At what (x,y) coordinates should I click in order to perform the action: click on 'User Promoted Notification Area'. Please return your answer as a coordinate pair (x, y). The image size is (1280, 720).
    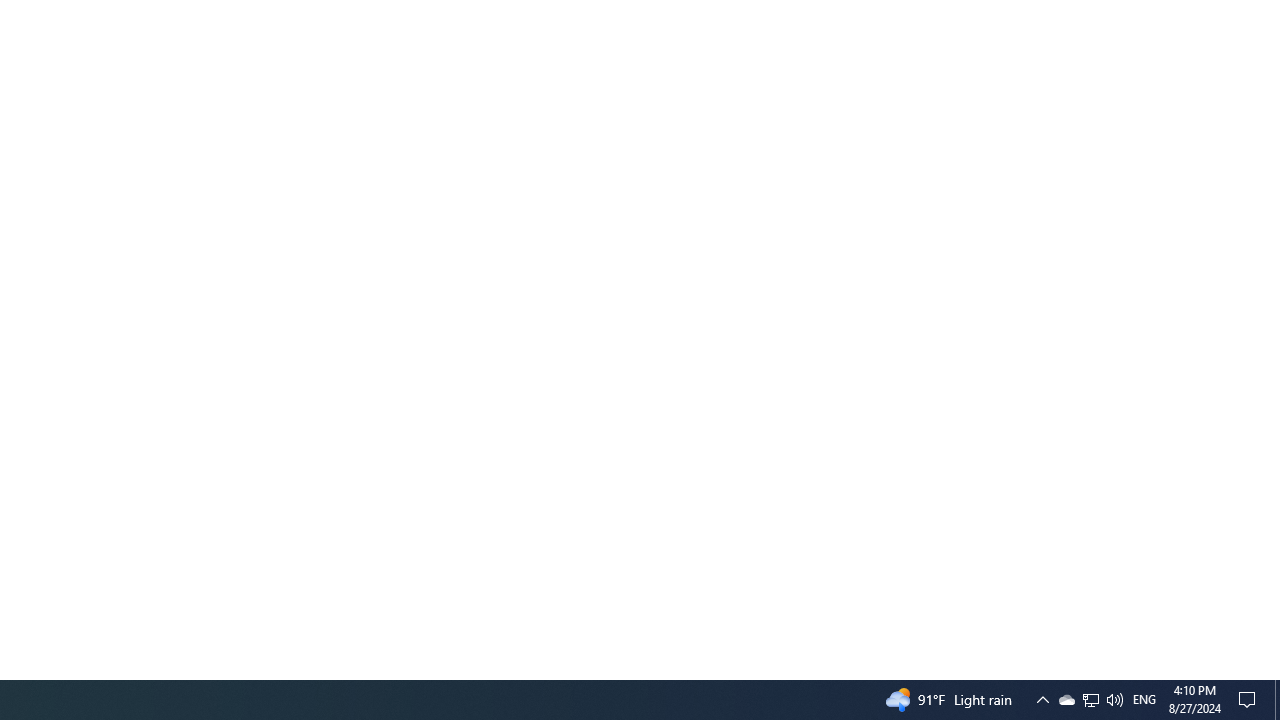
    Looking at the image, I should click on (1090, 698).